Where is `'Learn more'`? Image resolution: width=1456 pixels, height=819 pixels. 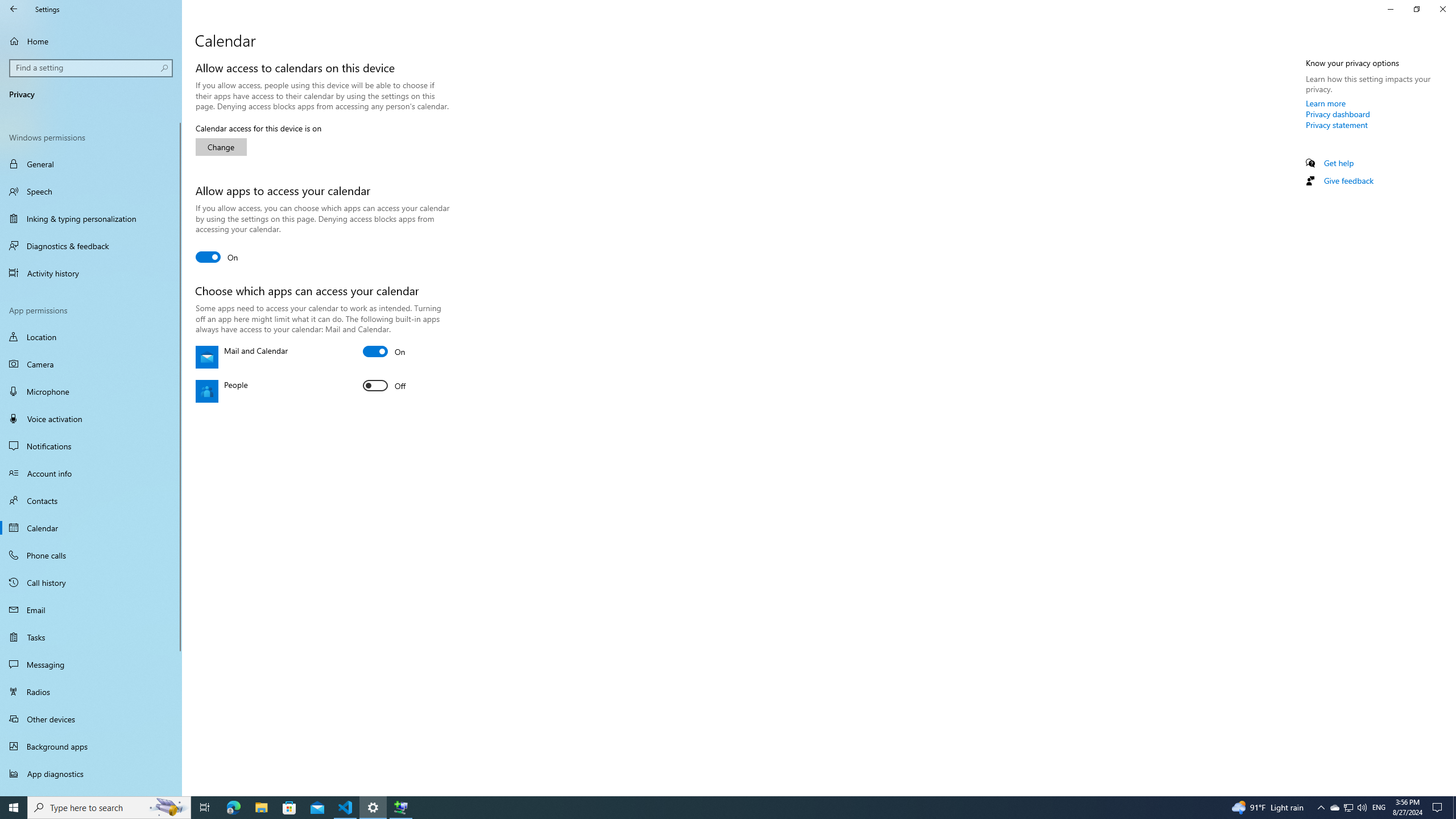
'Learn more' is located at coordinates (1326, 102).